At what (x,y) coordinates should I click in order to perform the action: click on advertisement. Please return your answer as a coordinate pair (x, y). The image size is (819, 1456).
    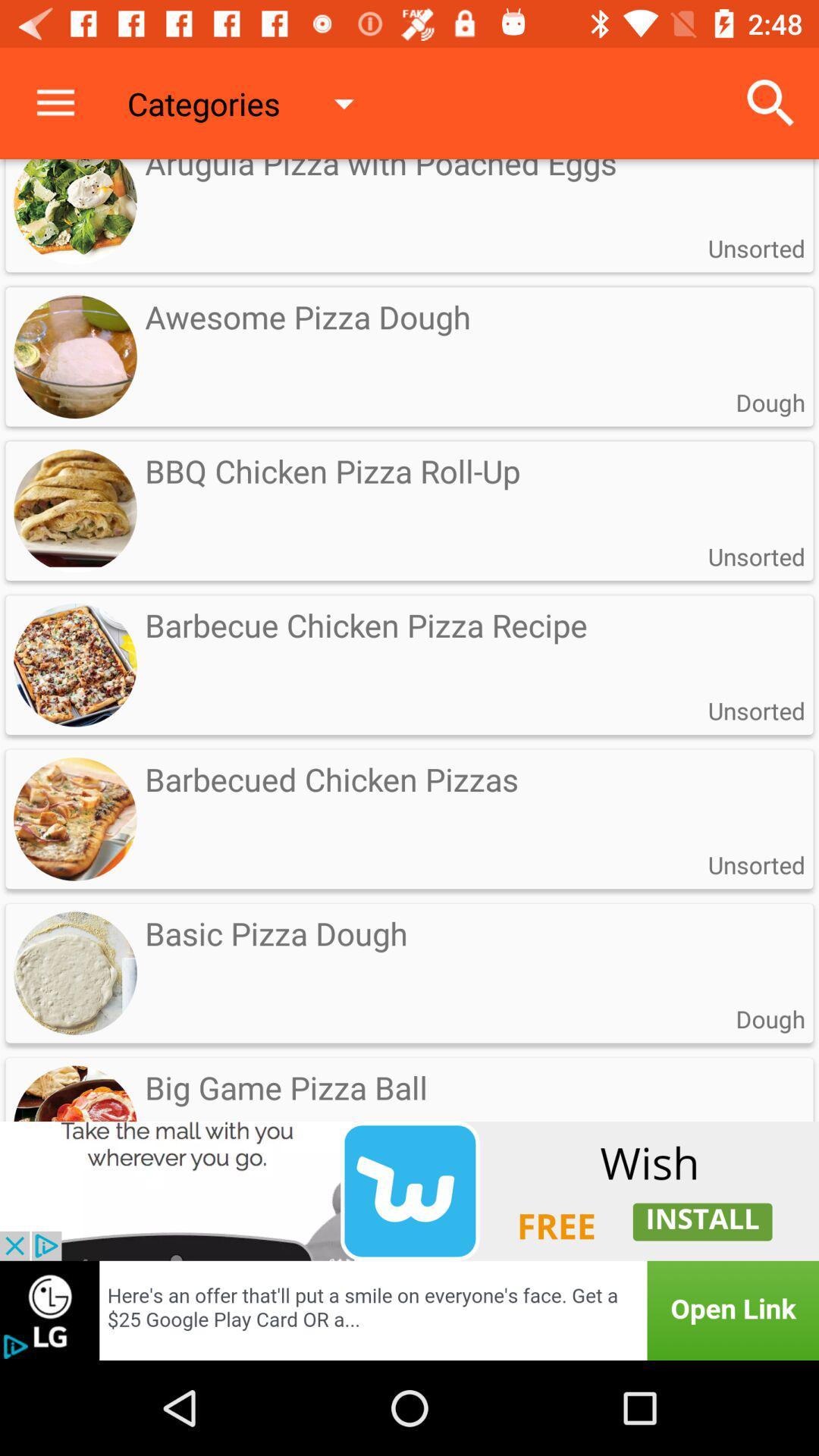
    Looking at the image, I should click on (409, 1310).